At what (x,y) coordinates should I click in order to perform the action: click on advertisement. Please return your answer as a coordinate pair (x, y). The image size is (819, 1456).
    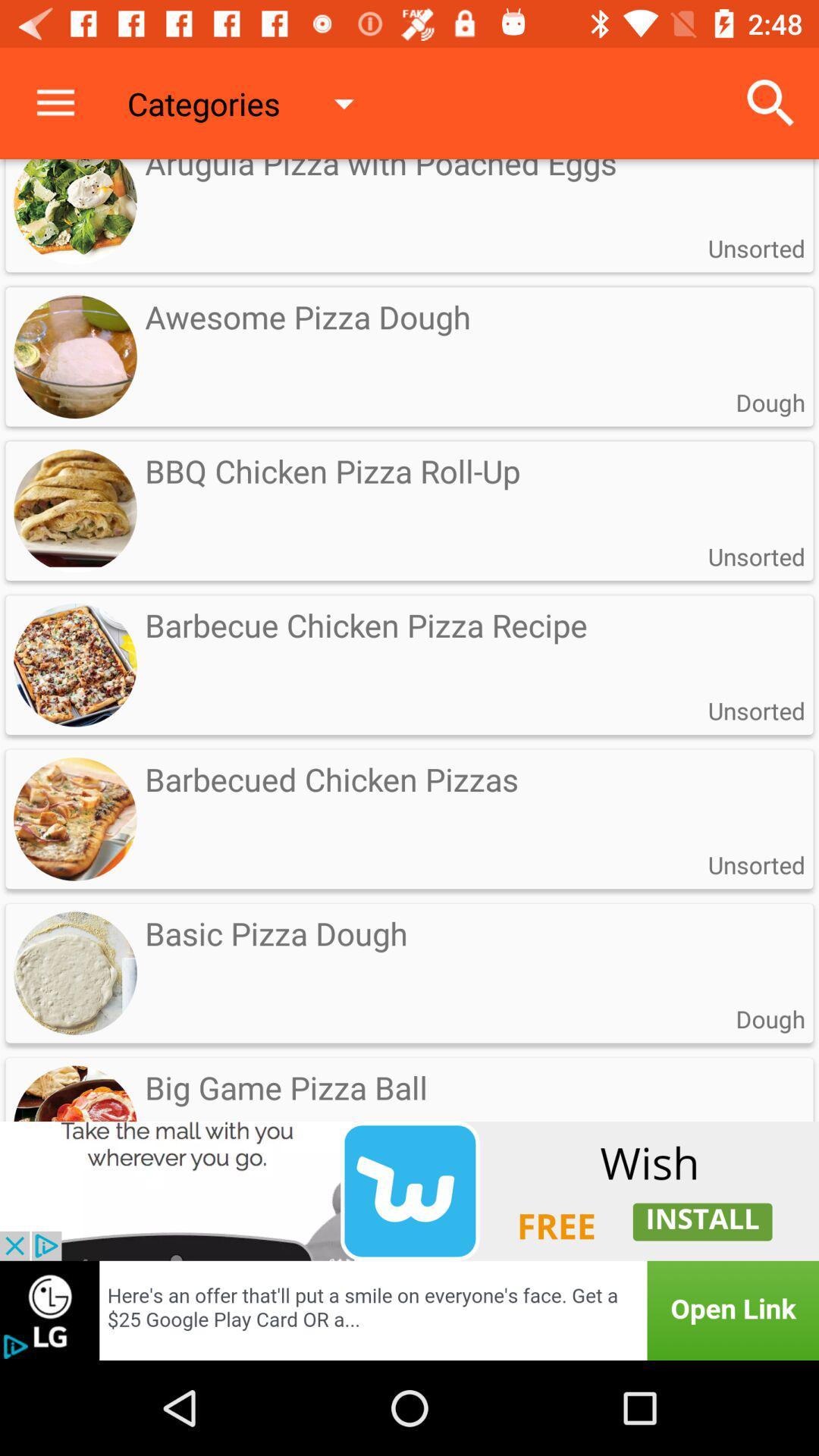
    Looking at the image, I should click on (409, 1310).